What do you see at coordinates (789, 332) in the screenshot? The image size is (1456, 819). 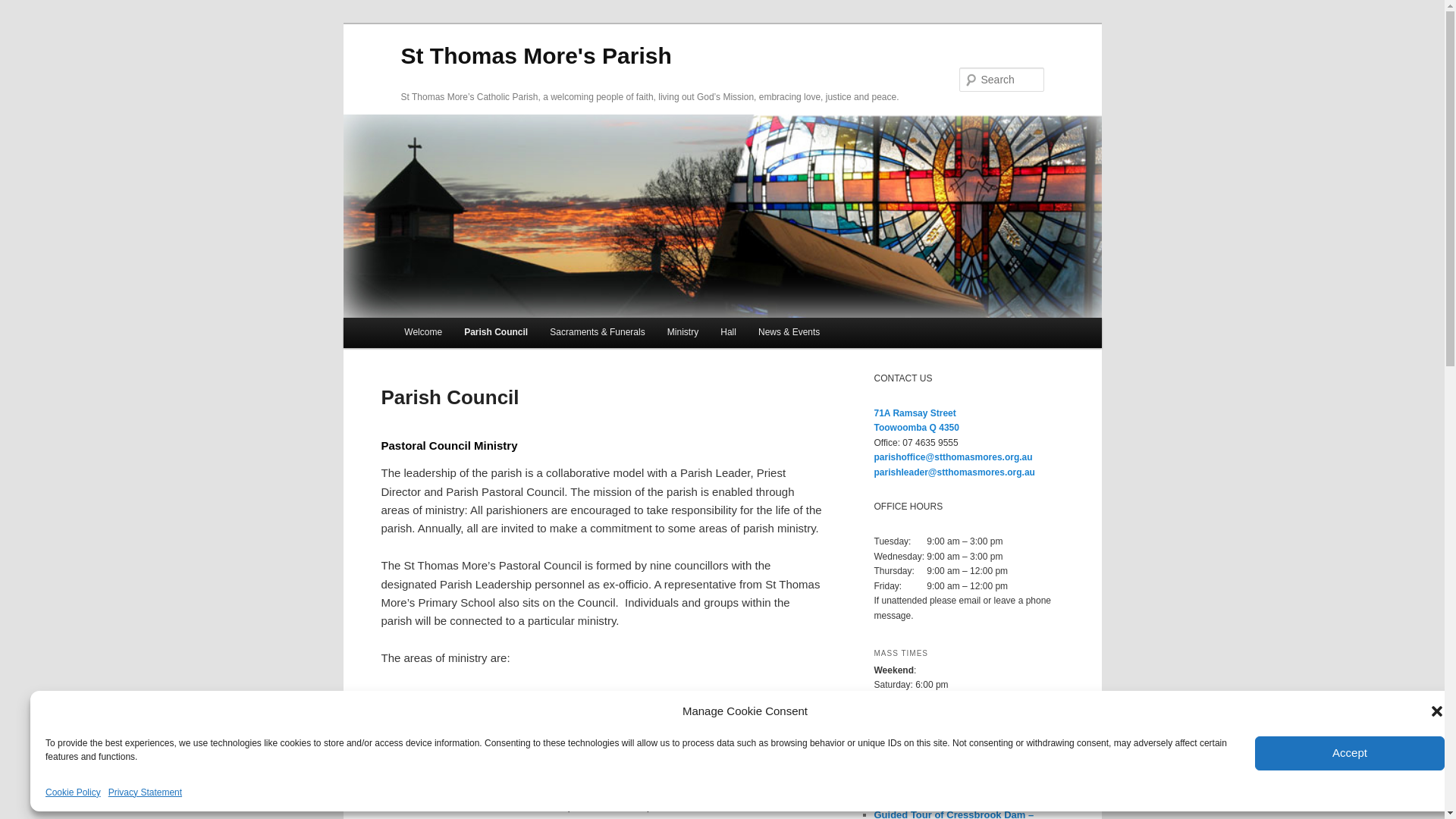 I see `'News & Events'` at bounding box center [789, 332].